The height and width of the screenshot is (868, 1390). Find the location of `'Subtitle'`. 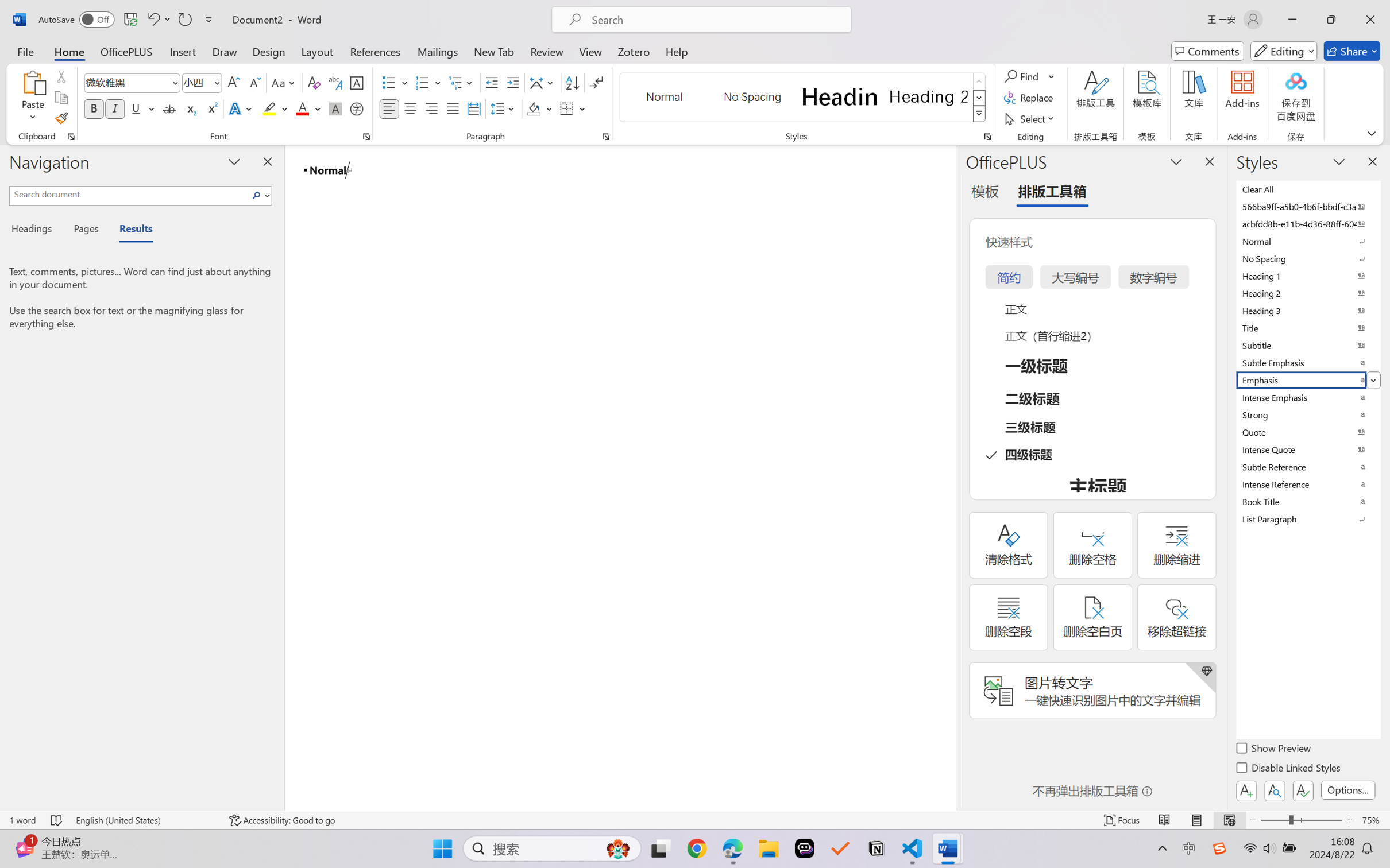

'Subtitle' is located at coordinates (1307, 345).